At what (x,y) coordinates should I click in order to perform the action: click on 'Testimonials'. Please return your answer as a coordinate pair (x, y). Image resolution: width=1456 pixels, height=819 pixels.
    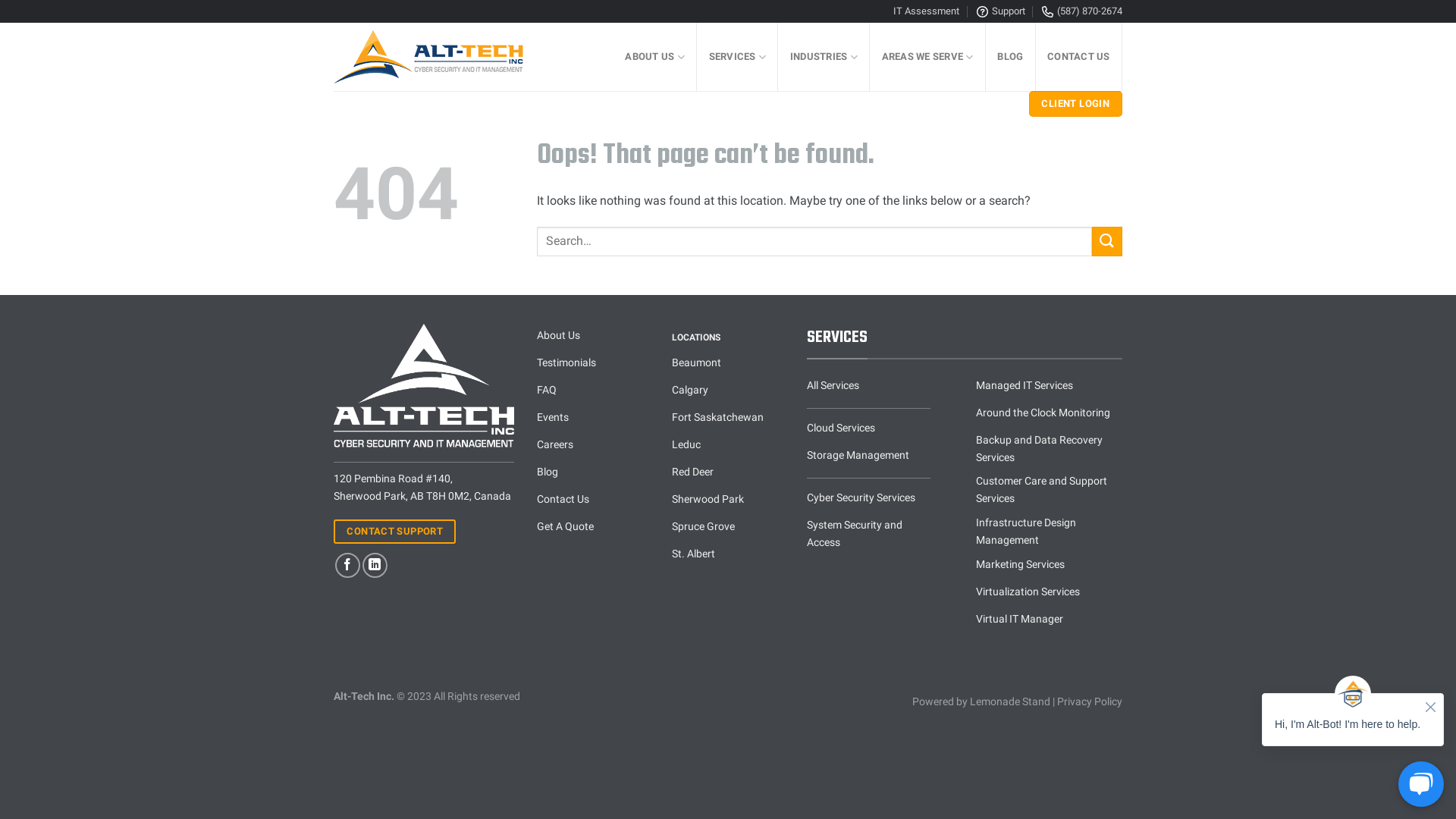
    Looking at the image, I should click on (592, 365).